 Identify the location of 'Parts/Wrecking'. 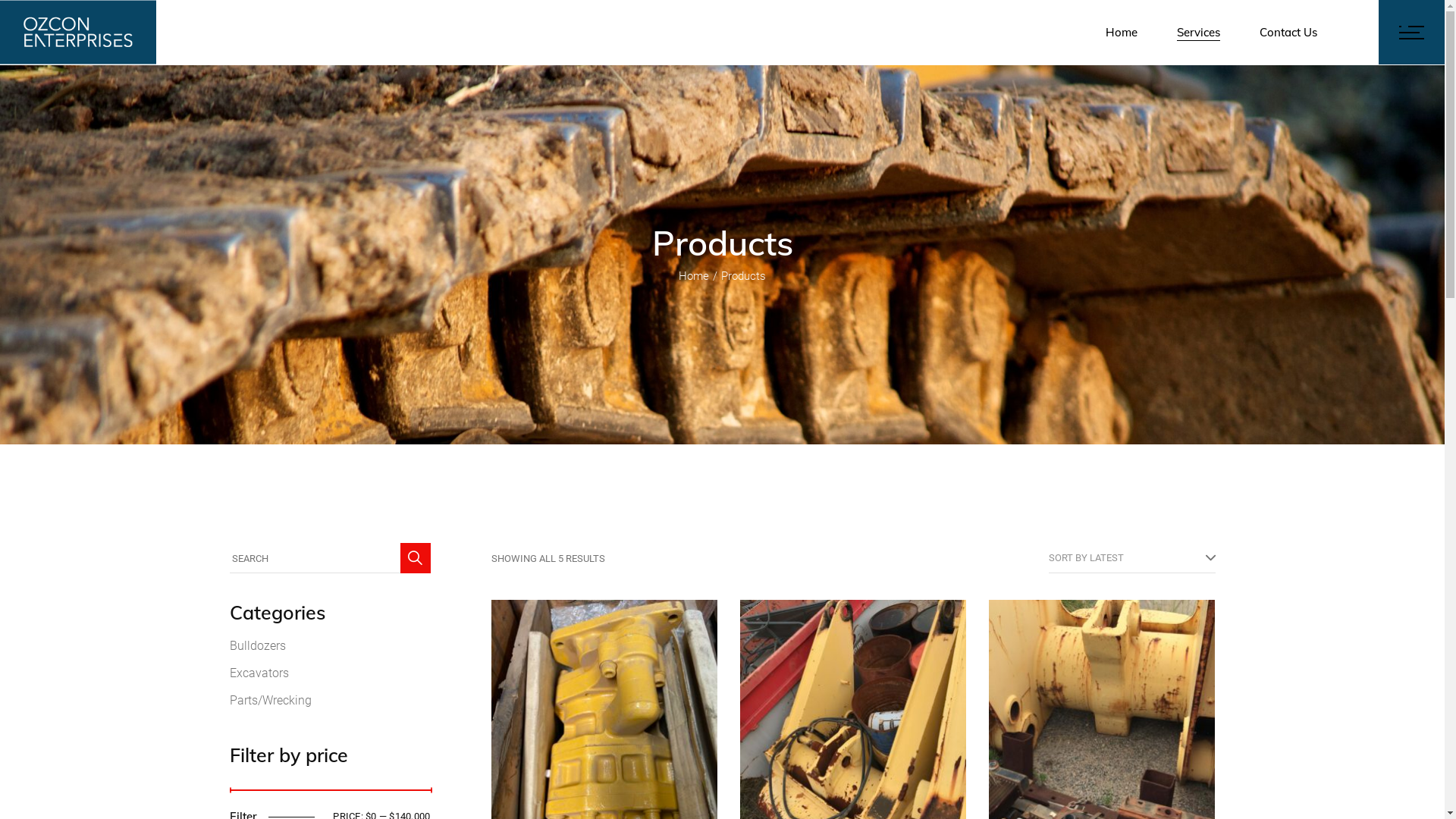
(269, 700).